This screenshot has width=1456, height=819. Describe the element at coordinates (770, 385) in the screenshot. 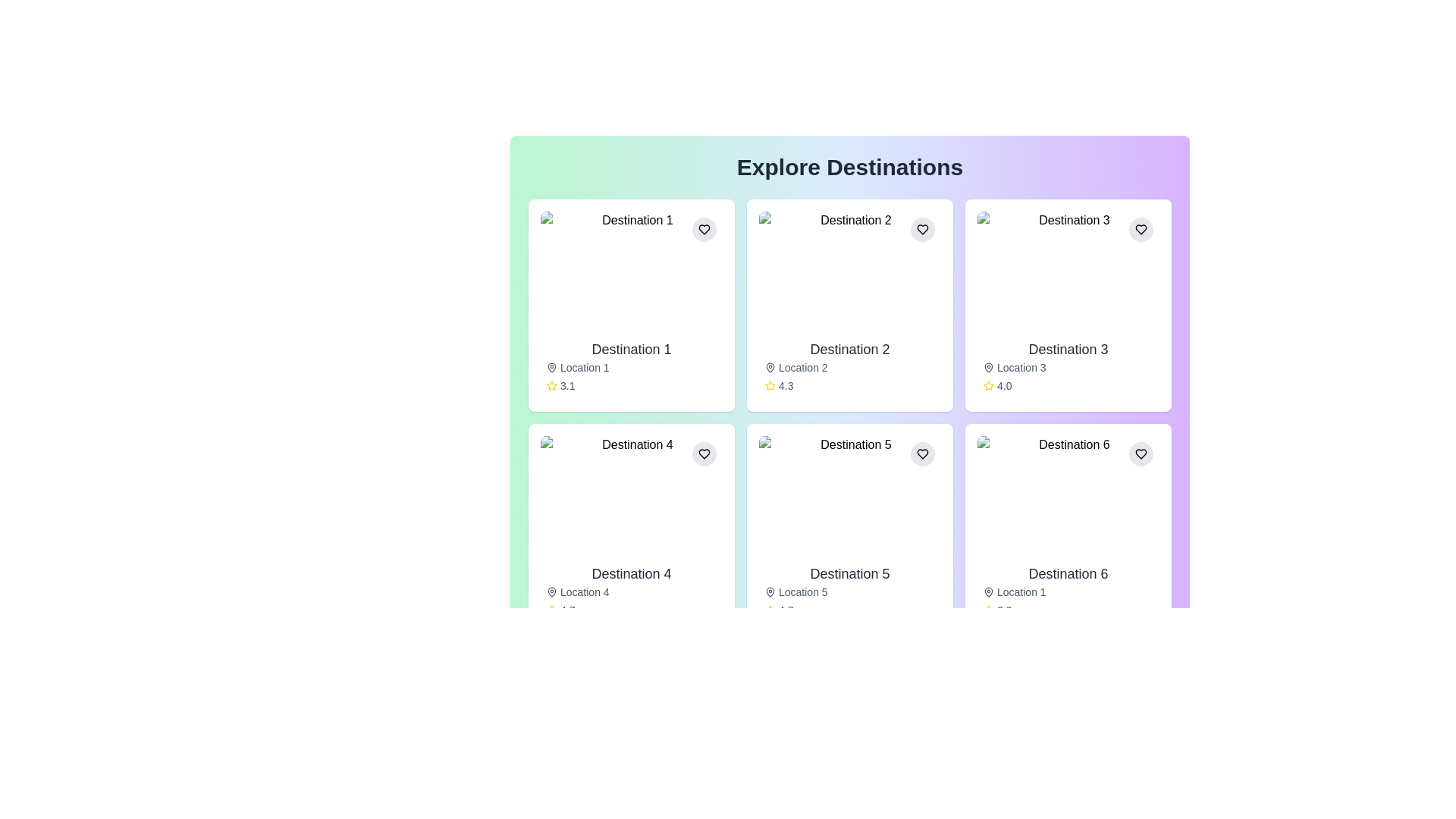

I see `the yellow star icon located next to the rating text '4.3' in the 'Destination 2' card` at that location.